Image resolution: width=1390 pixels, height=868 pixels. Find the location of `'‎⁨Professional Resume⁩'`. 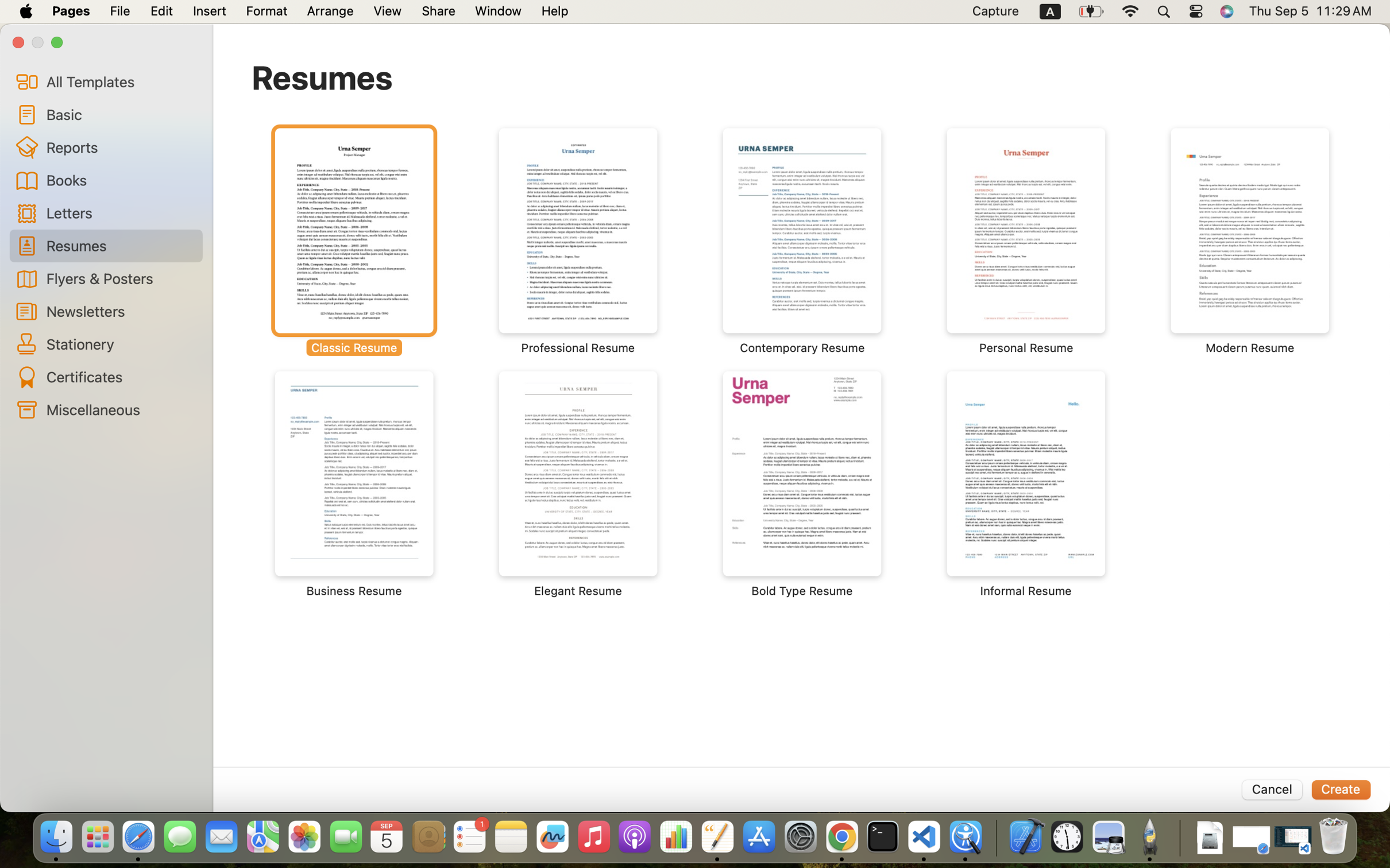

'‎⁨Professional Resume⁩' is located at coordinates (578, 241).